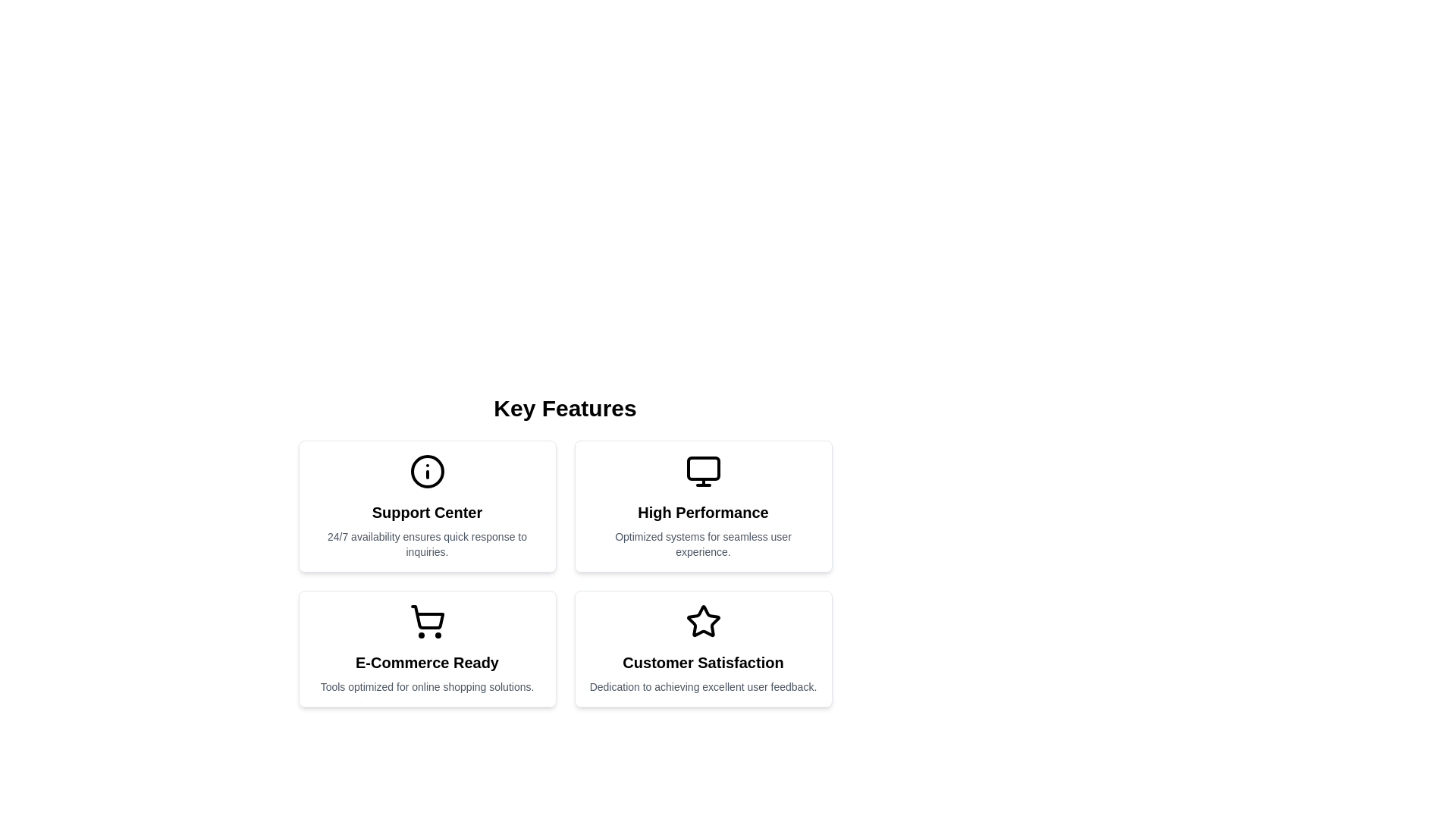 This screenshot has height=819, width=1456. Describe the element at coordinates (426, 470) in the screenshot. I see `the SVG circle element that represents the information symbol, which is part of a group contributing to help-related content, located above the 'Support Center' text` at that location.